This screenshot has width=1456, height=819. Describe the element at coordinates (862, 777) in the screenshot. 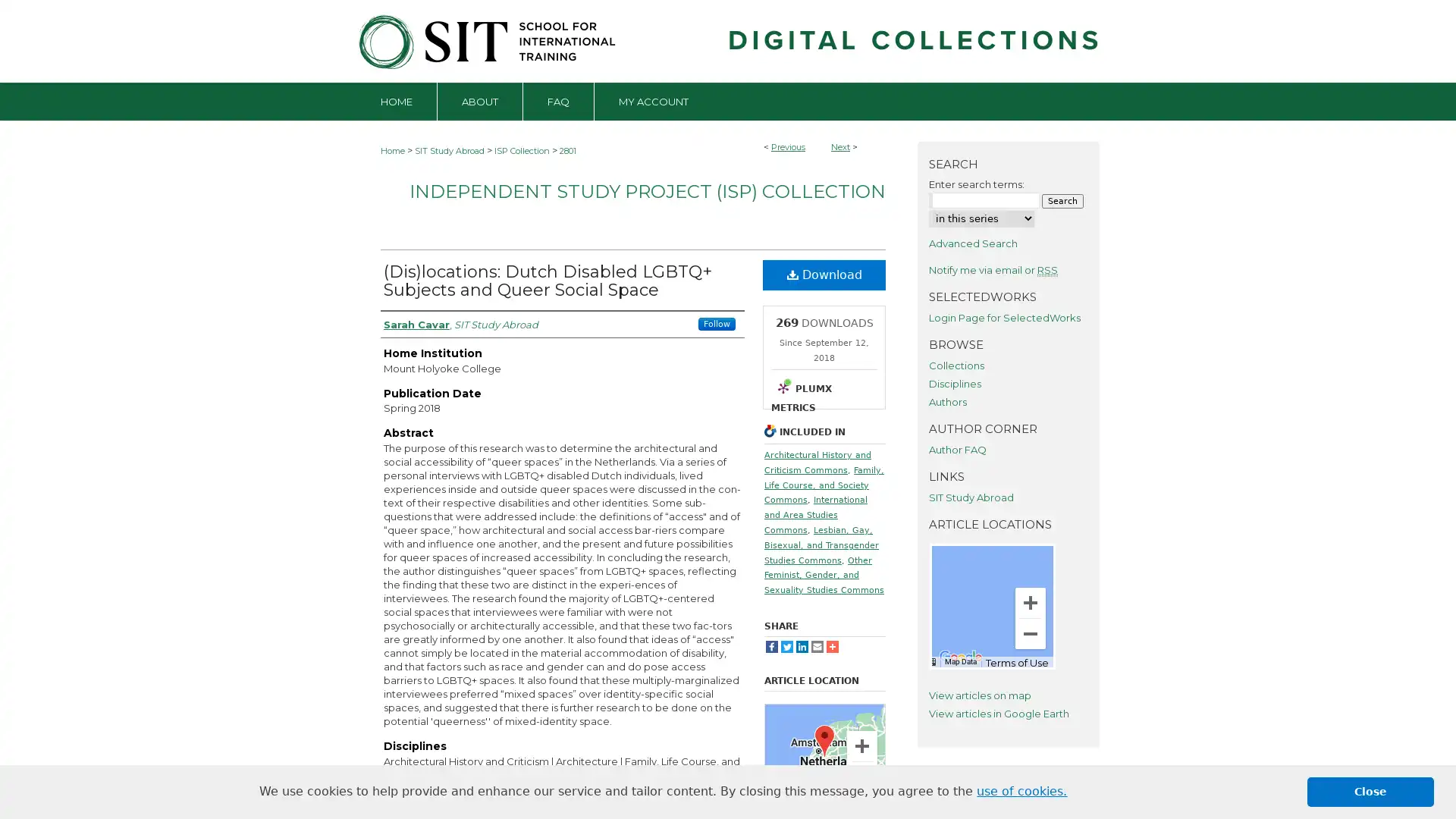

I see `Zoom out` at that location.